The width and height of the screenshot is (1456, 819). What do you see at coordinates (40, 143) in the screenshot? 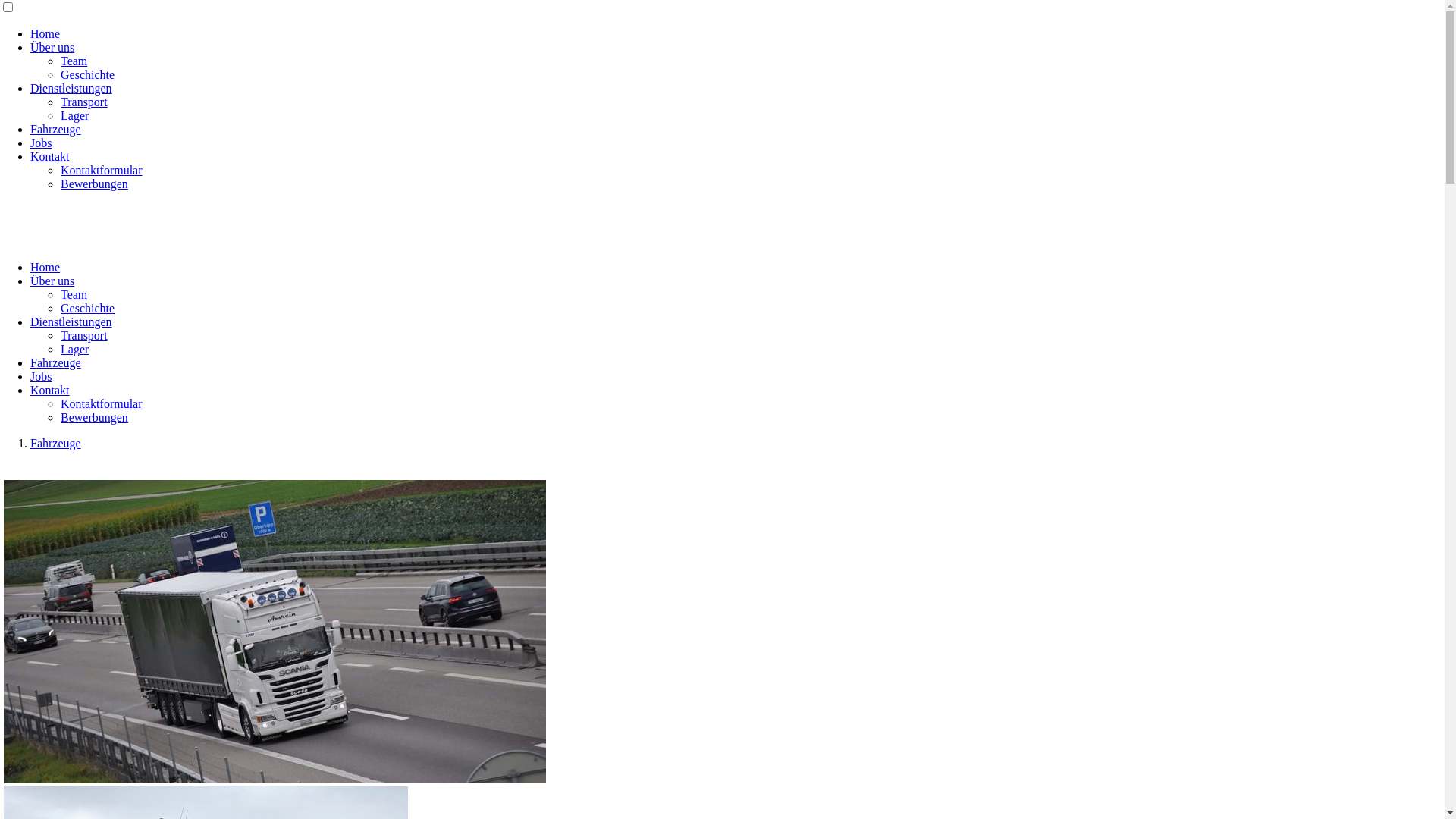
I see `'Jobs'` at bounding box center [40, 143].